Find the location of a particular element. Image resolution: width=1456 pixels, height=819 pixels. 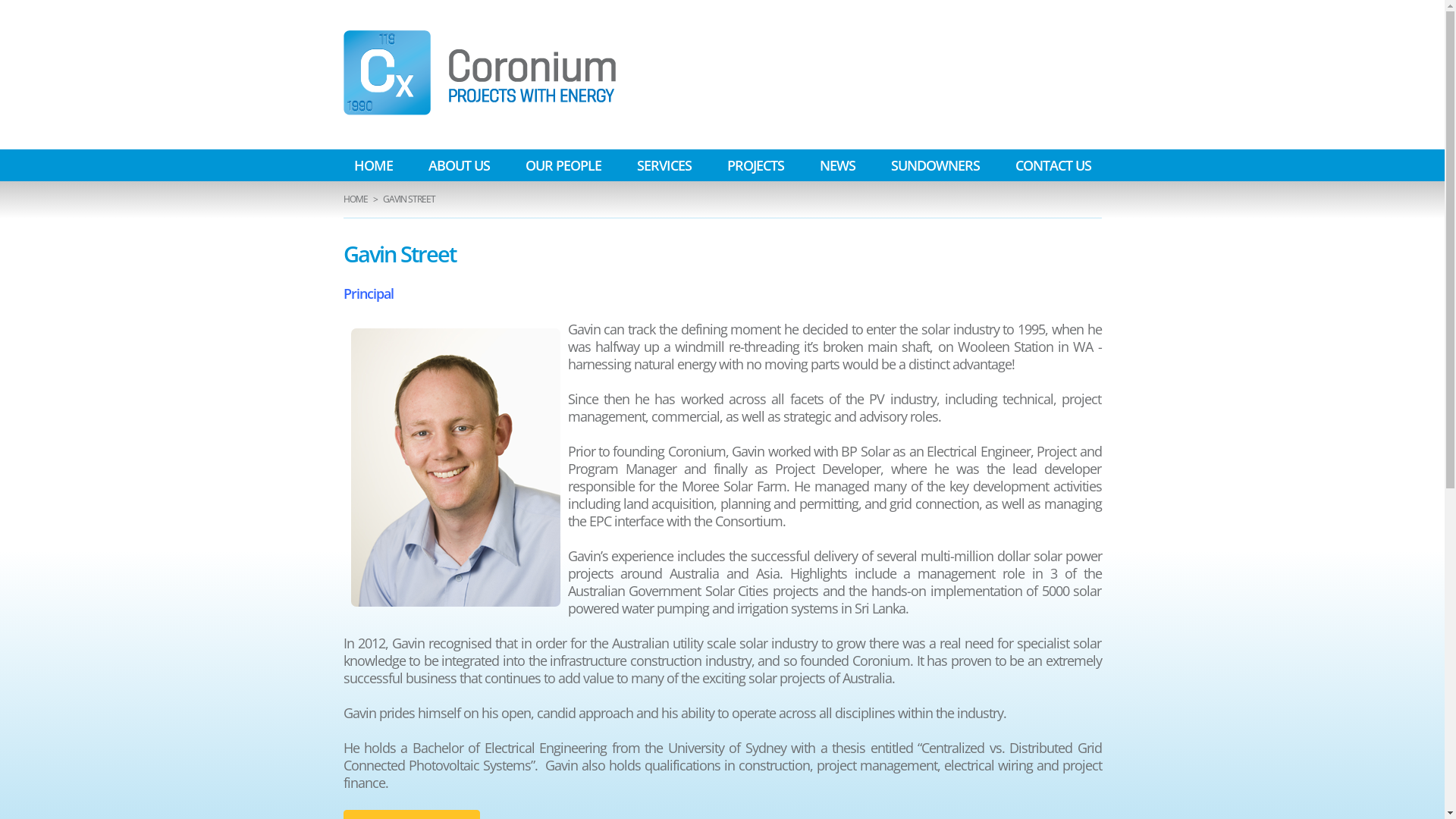

'HOME' is located at coordinates (372, 165).